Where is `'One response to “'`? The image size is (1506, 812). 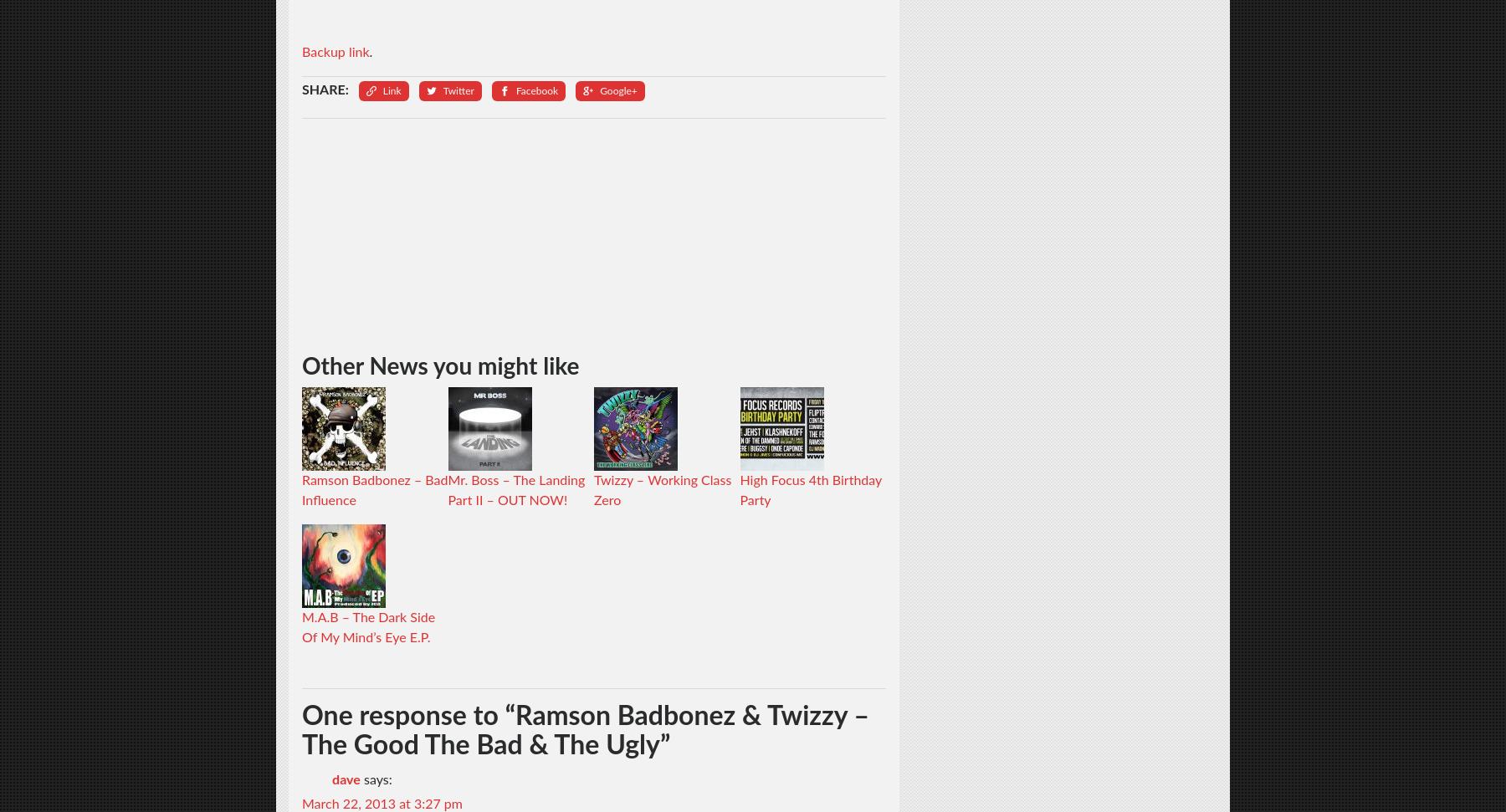
'One response to “' is located at coordinates (407, 715).